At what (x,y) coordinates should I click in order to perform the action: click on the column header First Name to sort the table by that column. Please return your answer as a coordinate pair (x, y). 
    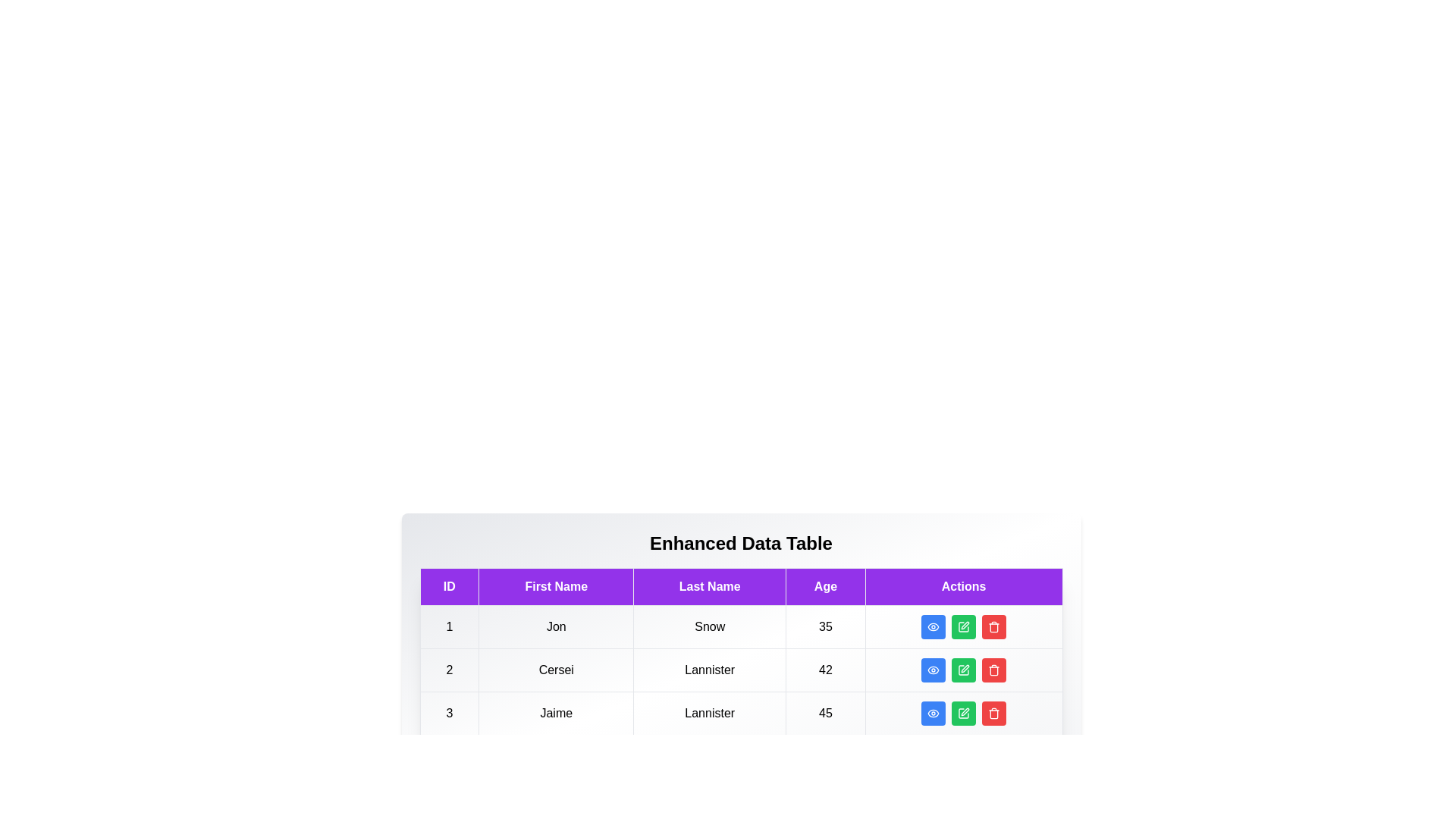
    Looking at the image, I should click on (555, 586).